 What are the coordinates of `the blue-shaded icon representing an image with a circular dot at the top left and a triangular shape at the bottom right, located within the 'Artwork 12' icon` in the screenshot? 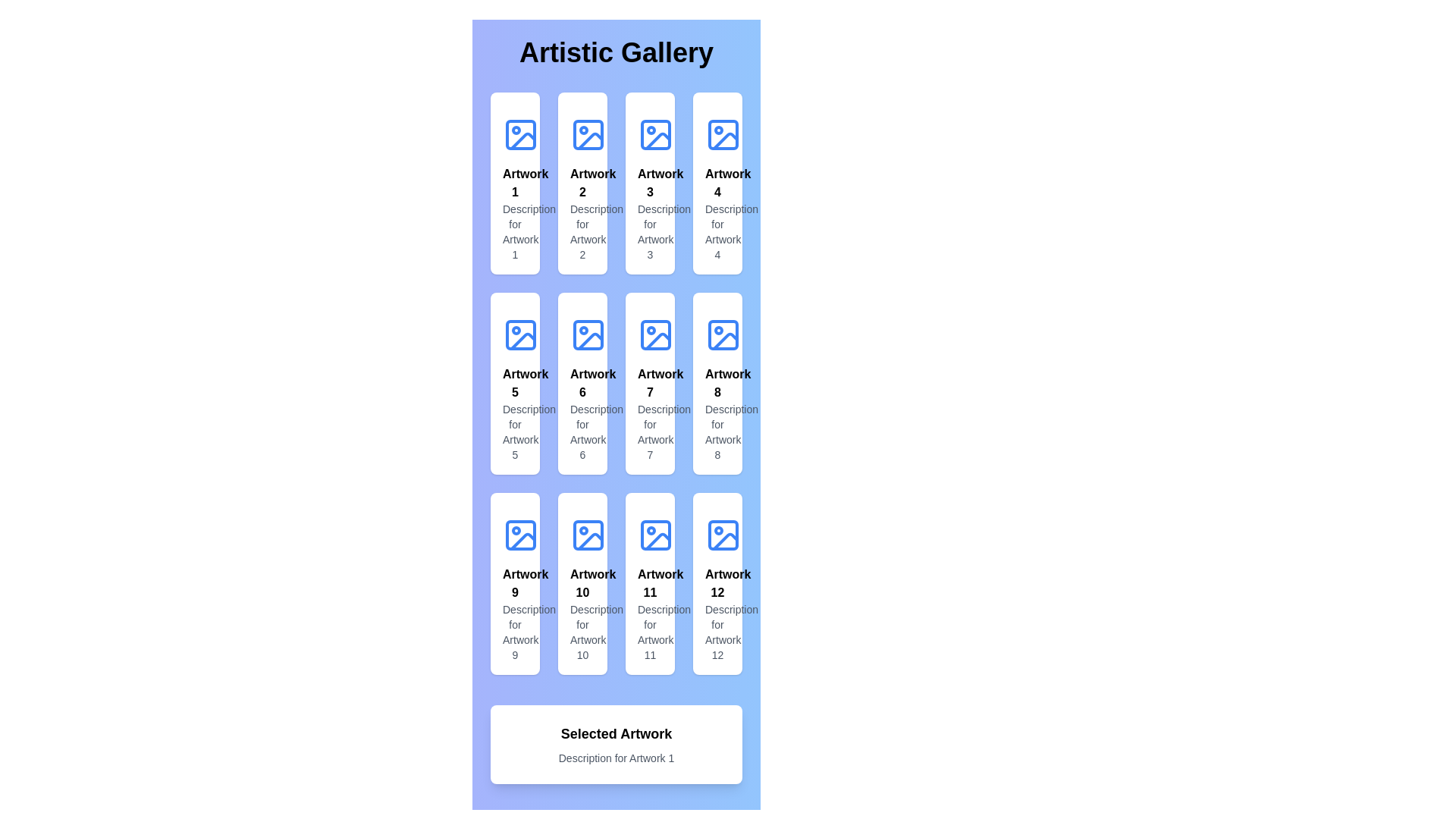 It's located at (723, 534).